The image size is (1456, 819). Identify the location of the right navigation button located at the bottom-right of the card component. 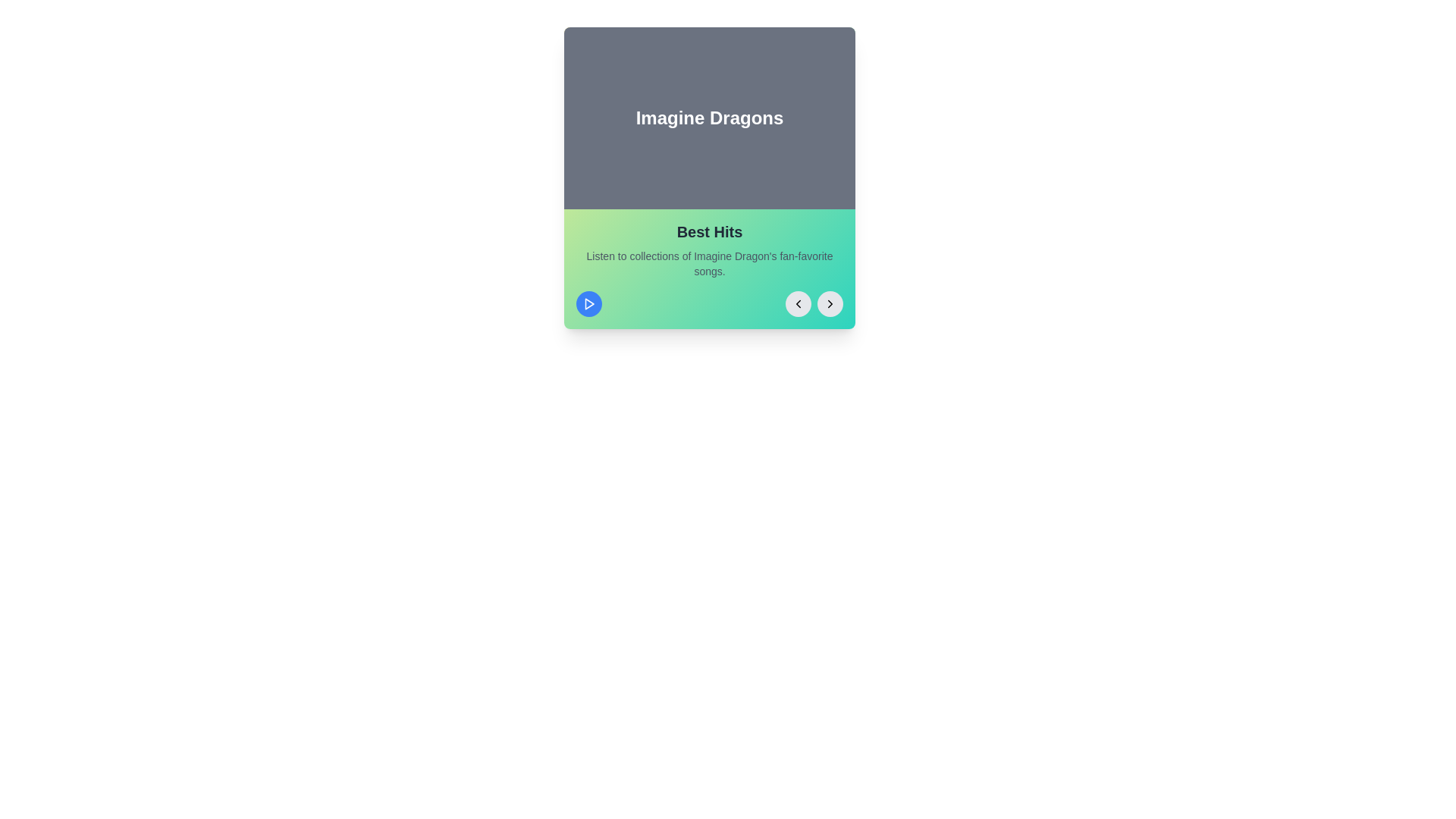
(814, 304).